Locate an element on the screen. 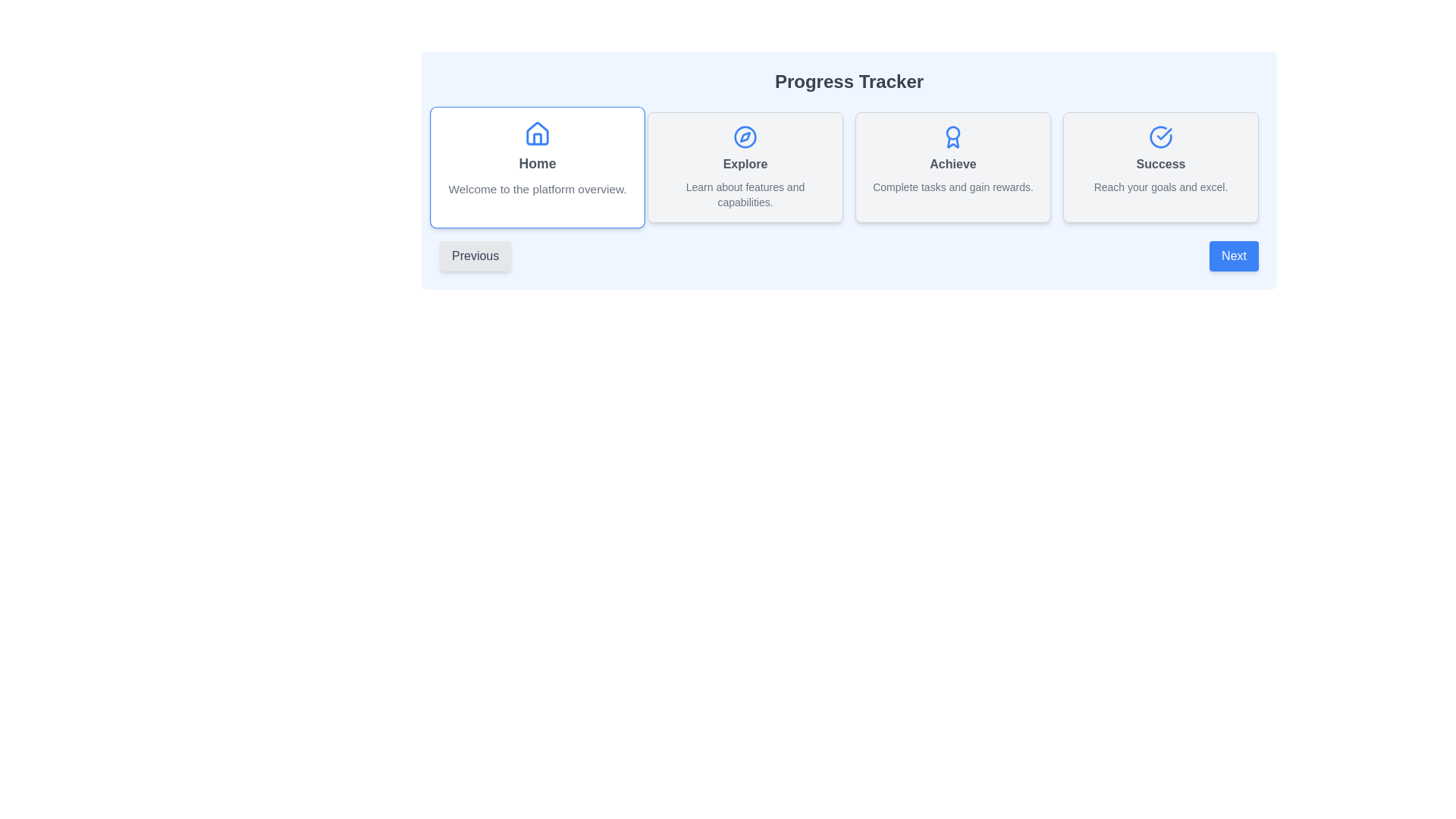  the circular decorative graphic component within the award icon located in the Progress Tracker section above the 'Achieve' card is located at coordinates (952, 131).